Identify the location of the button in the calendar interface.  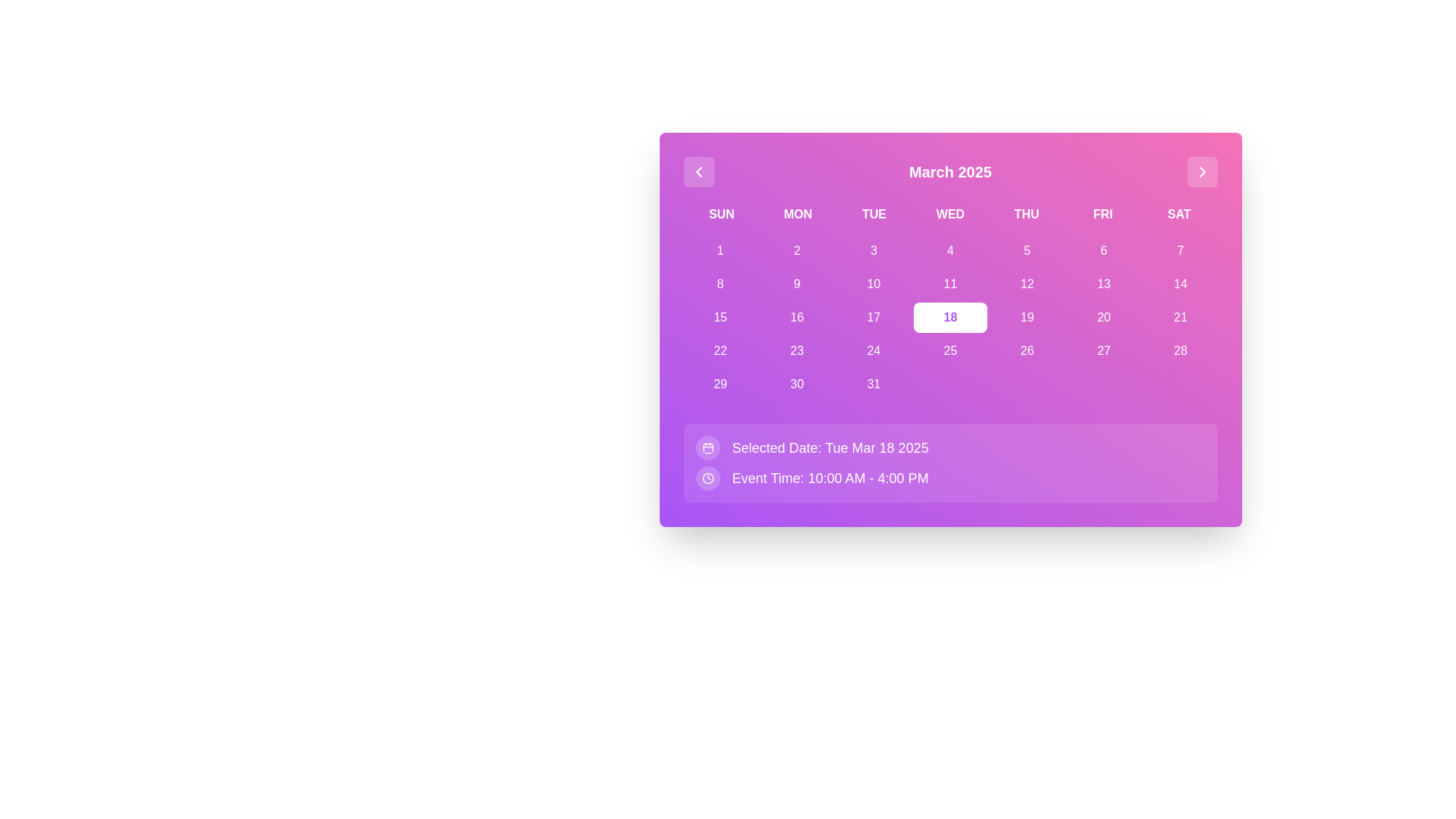
(874, 317).